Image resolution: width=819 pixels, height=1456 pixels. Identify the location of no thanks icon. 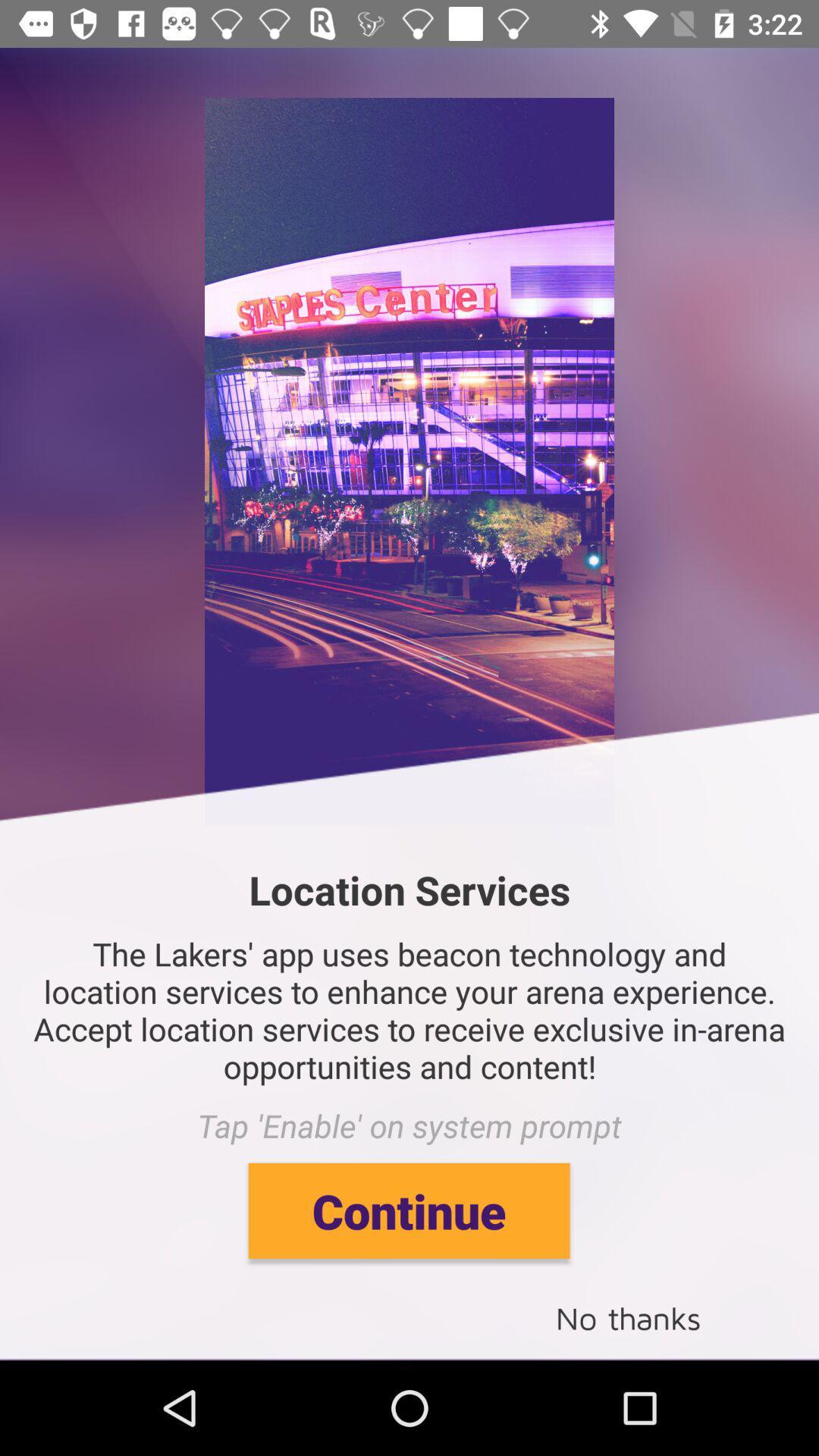
(628, 1316).